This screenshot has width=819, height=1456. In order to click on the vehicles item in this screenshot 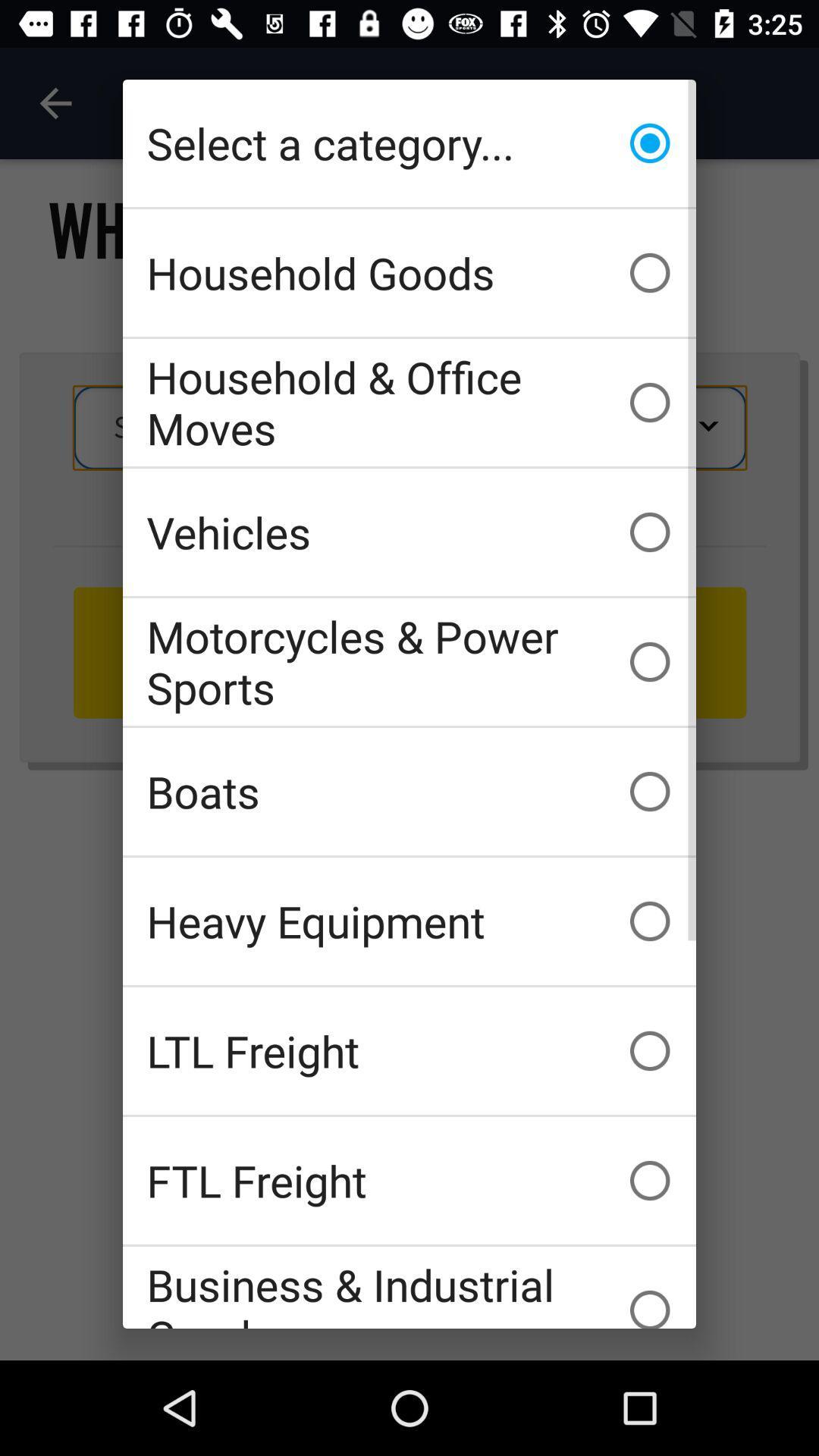, I will do `click(409, 532)`.